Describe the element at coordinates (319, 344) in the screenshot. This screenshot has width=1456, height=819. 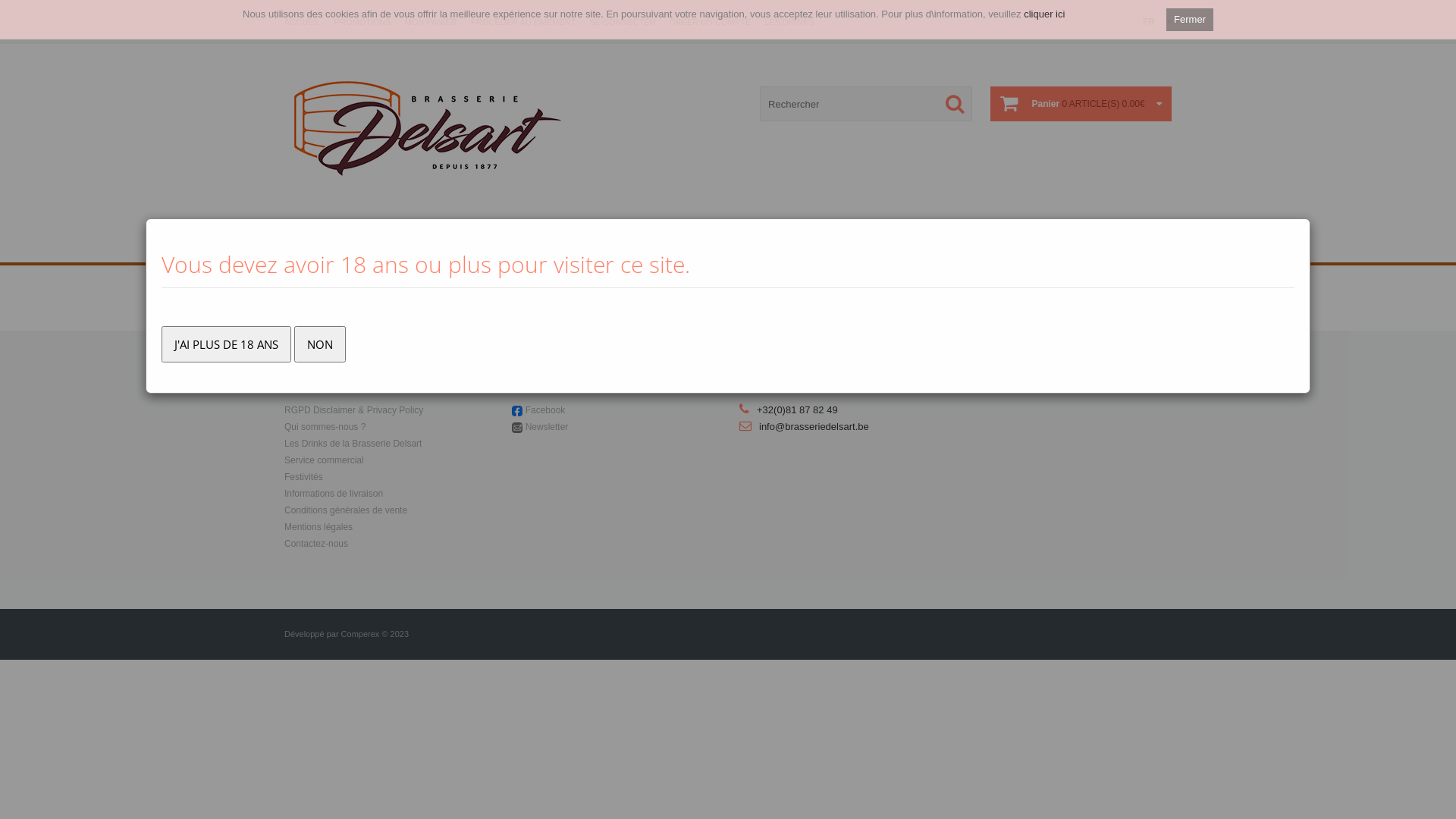
I see `'NON'` at that location.